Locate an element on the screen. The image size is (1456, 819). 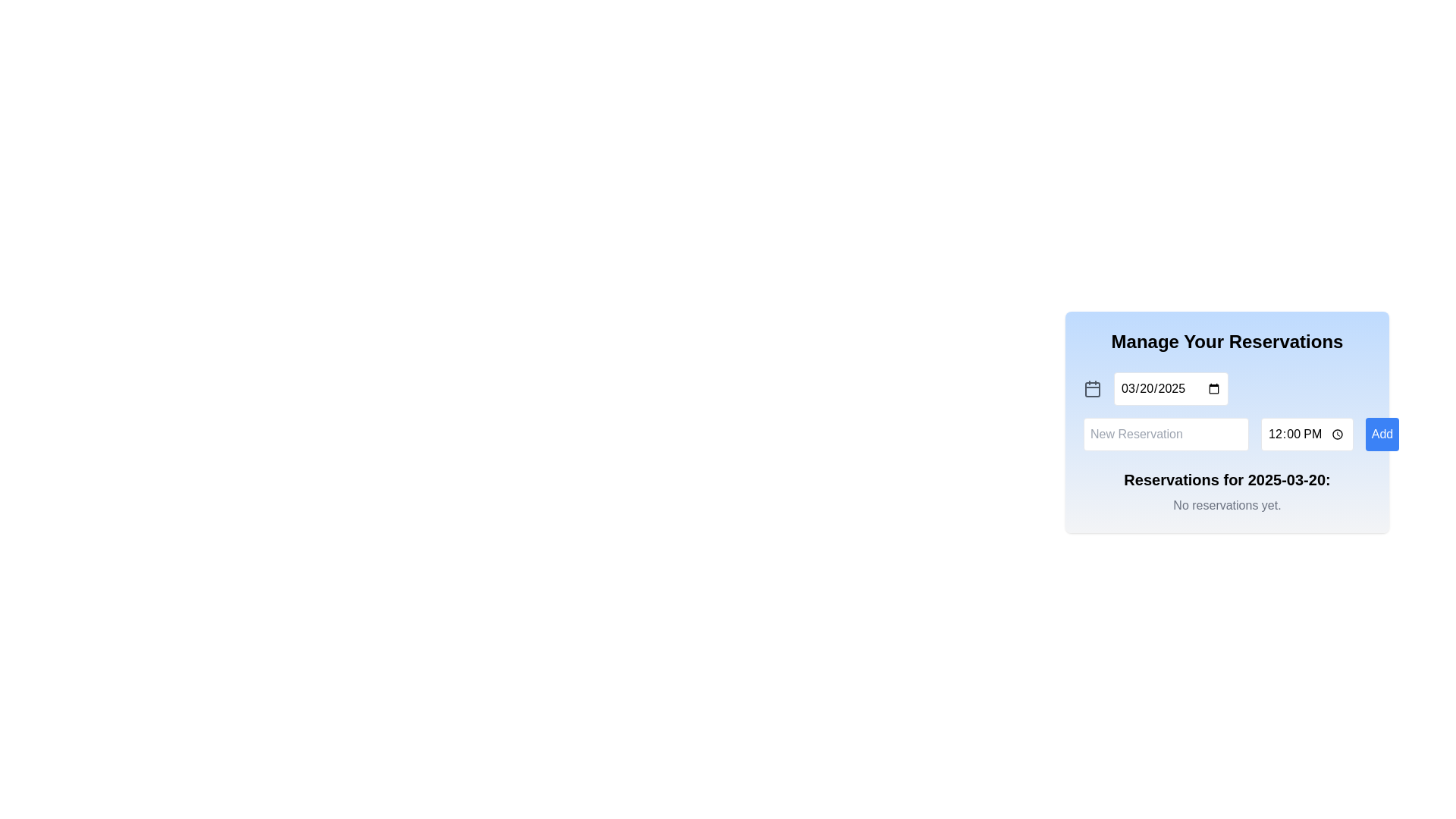
the text display element that shows reservation information, which currently indicates there are no reservations for the date shown is located at coordinates (1227, 491).